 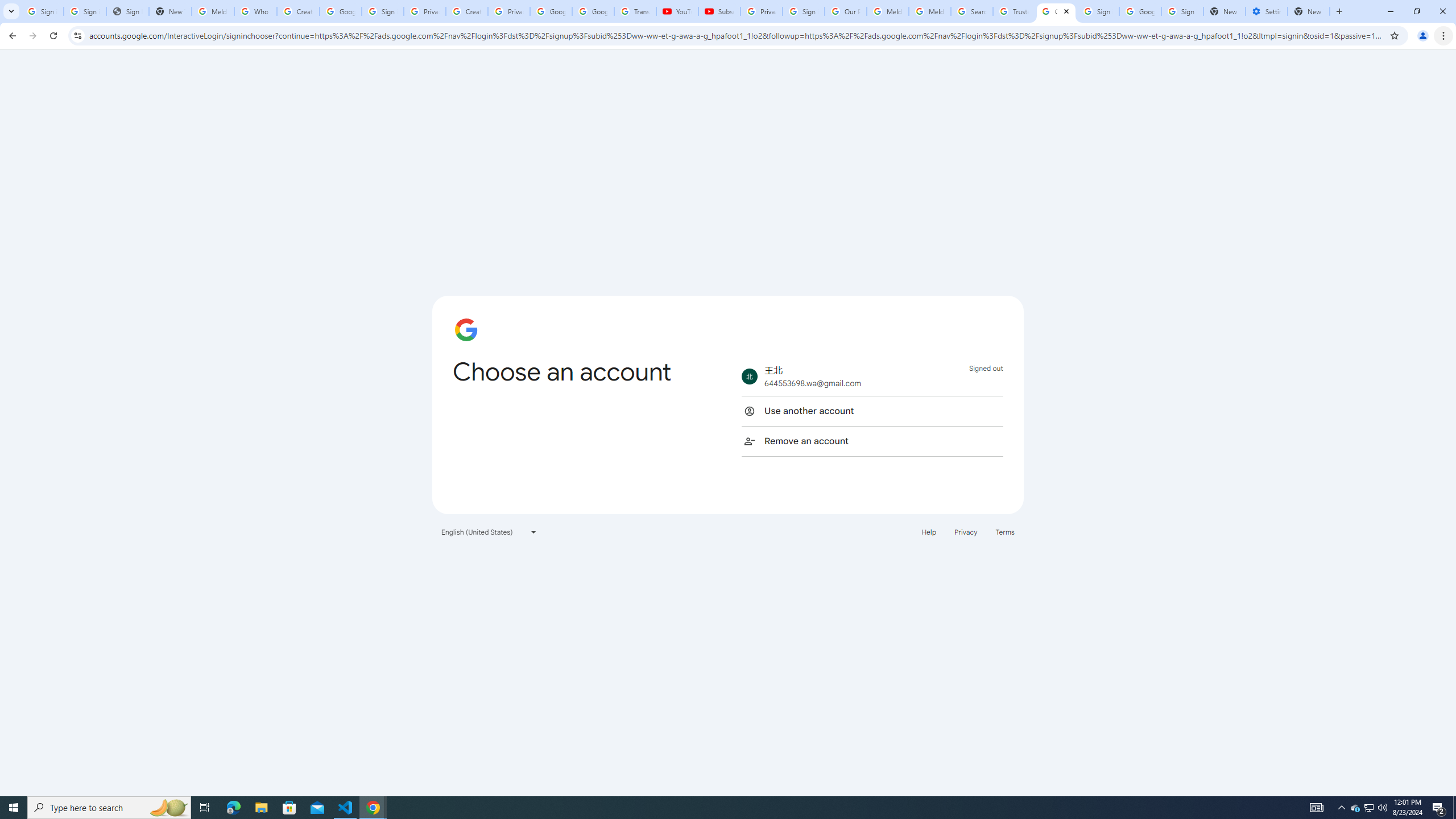 I want to click on 'Sign In - USA TODAY', so click(x=127, y=11).